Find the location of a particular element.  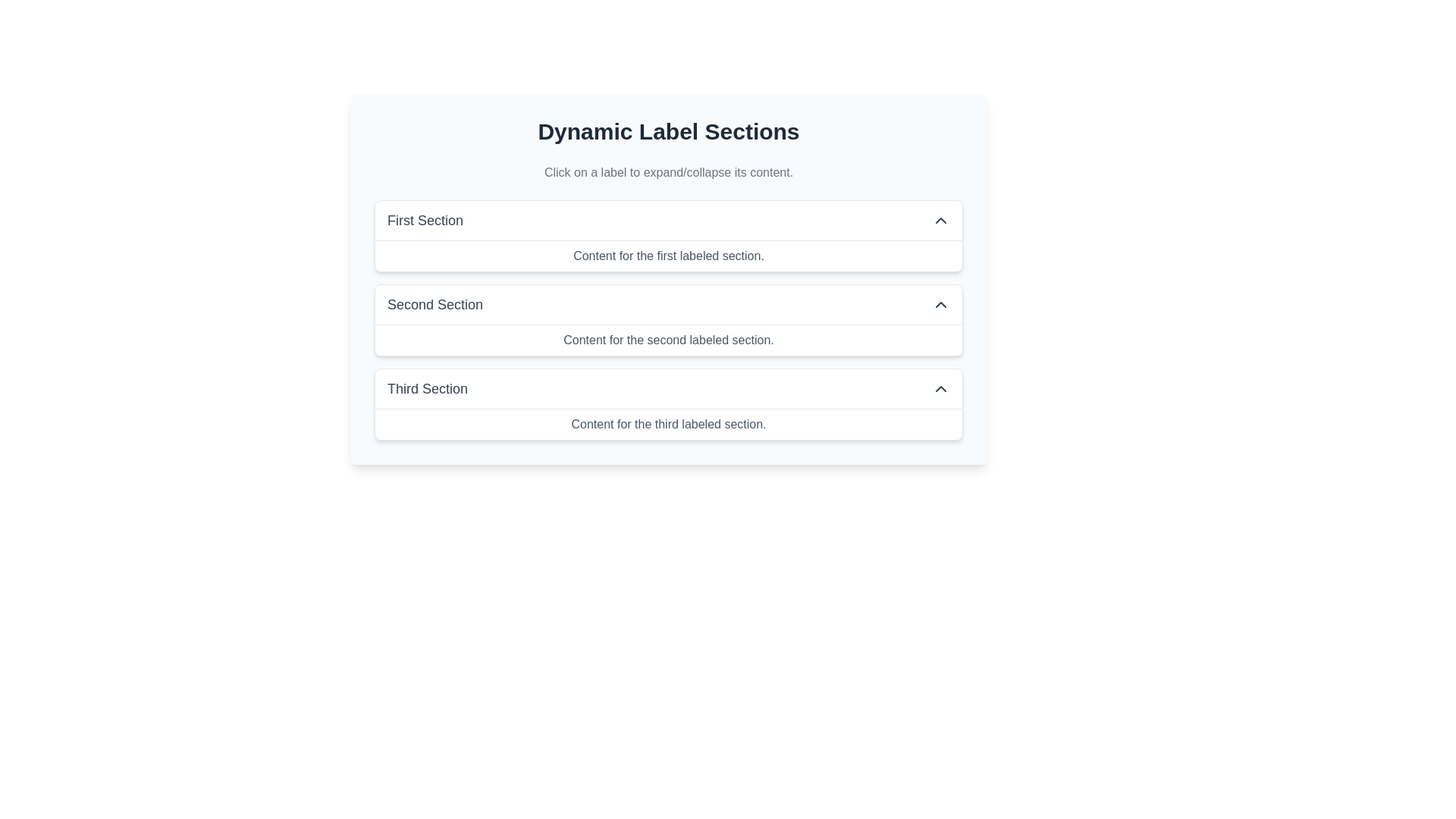

the toggle button for the third collapsible section, located below 'Second Section', to change its background color is located at coordinates (668, 388).